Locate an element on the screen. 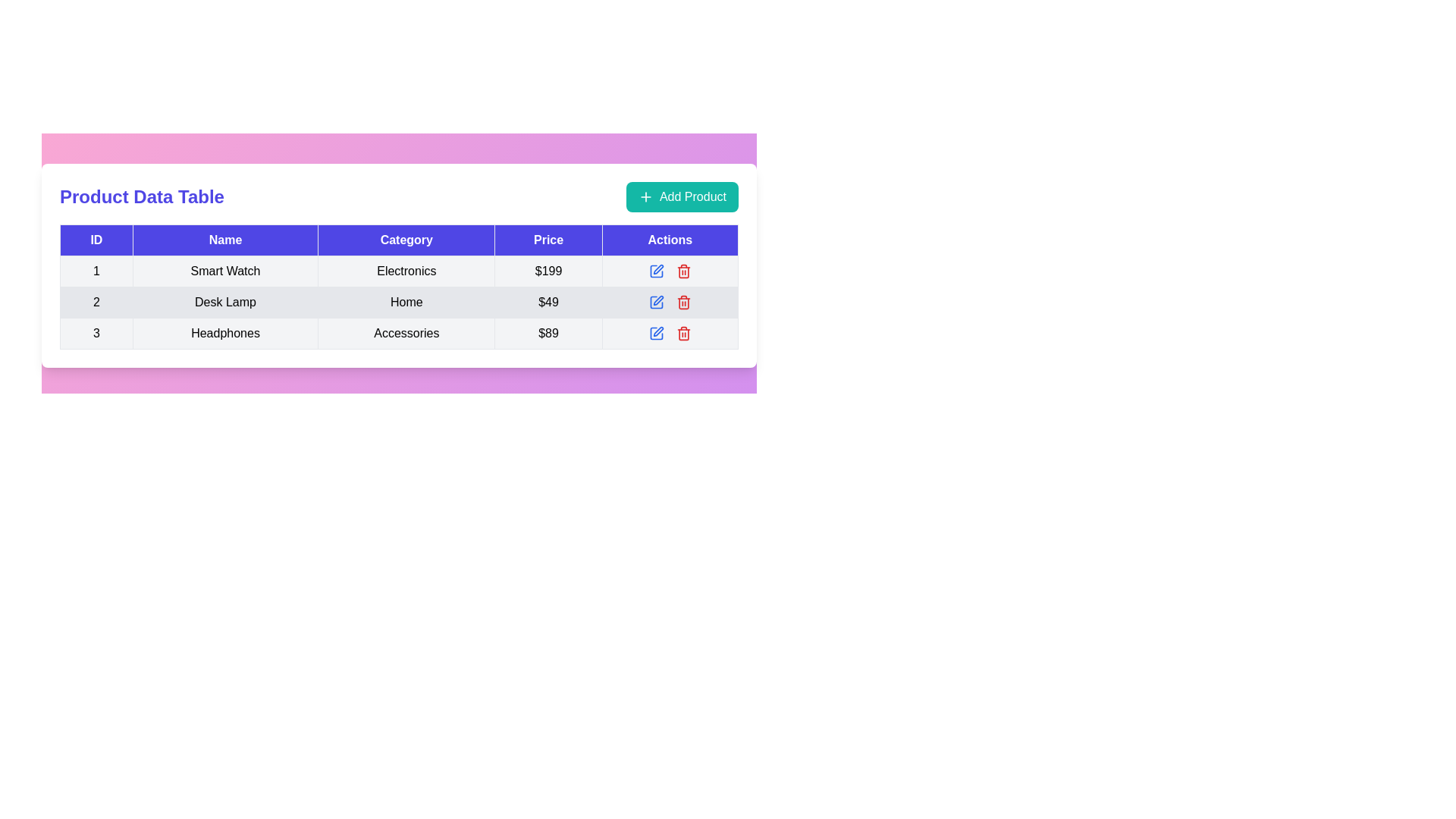  the blue square icon in the 'Actions' column of the second row is located at coordinates (656, 271).